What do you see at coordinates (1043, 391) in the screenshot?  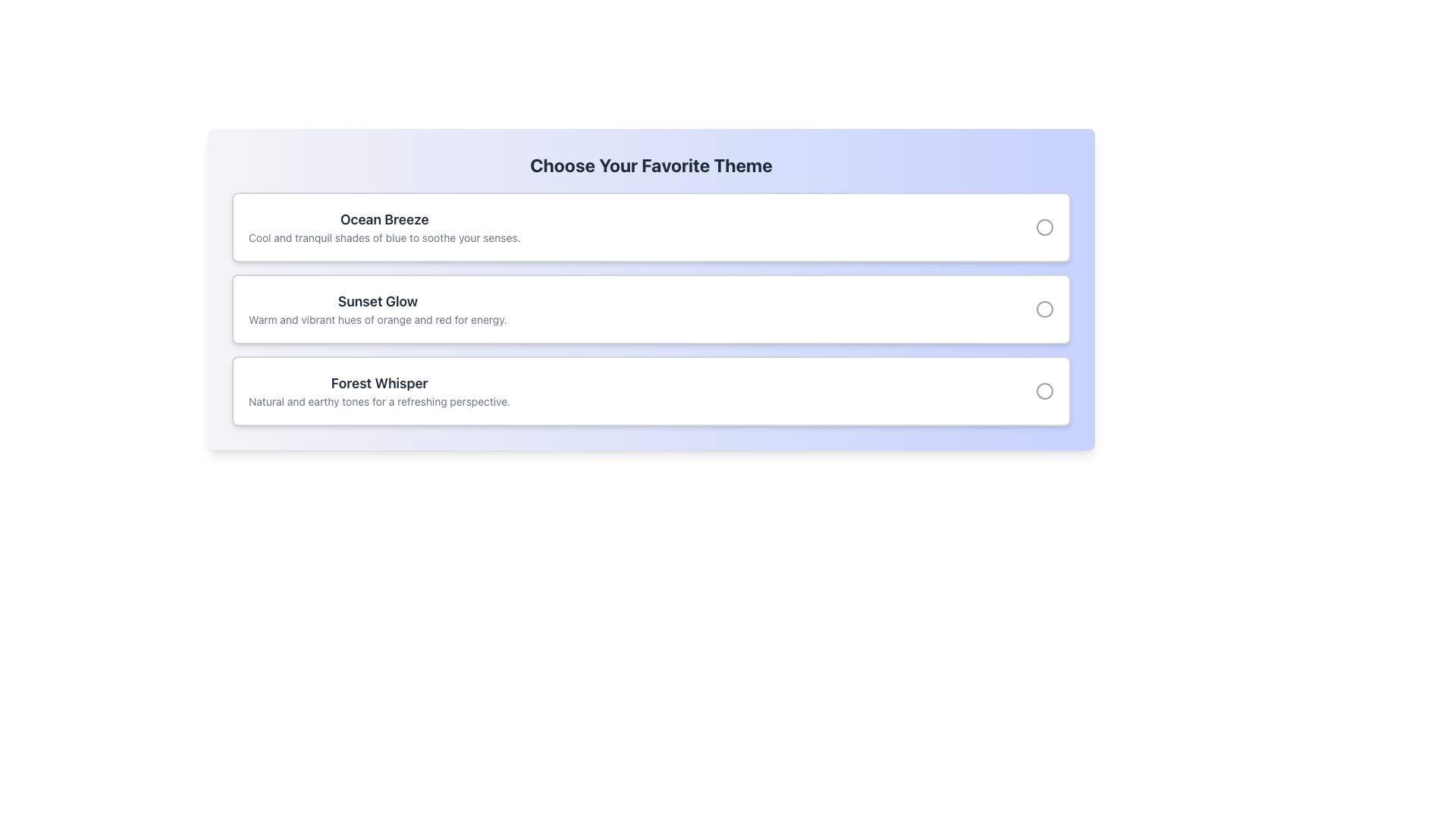 I see `the unselected radio button with a hollow center in the 'Forest Whisper' card` at bounding box center [1043, 391].